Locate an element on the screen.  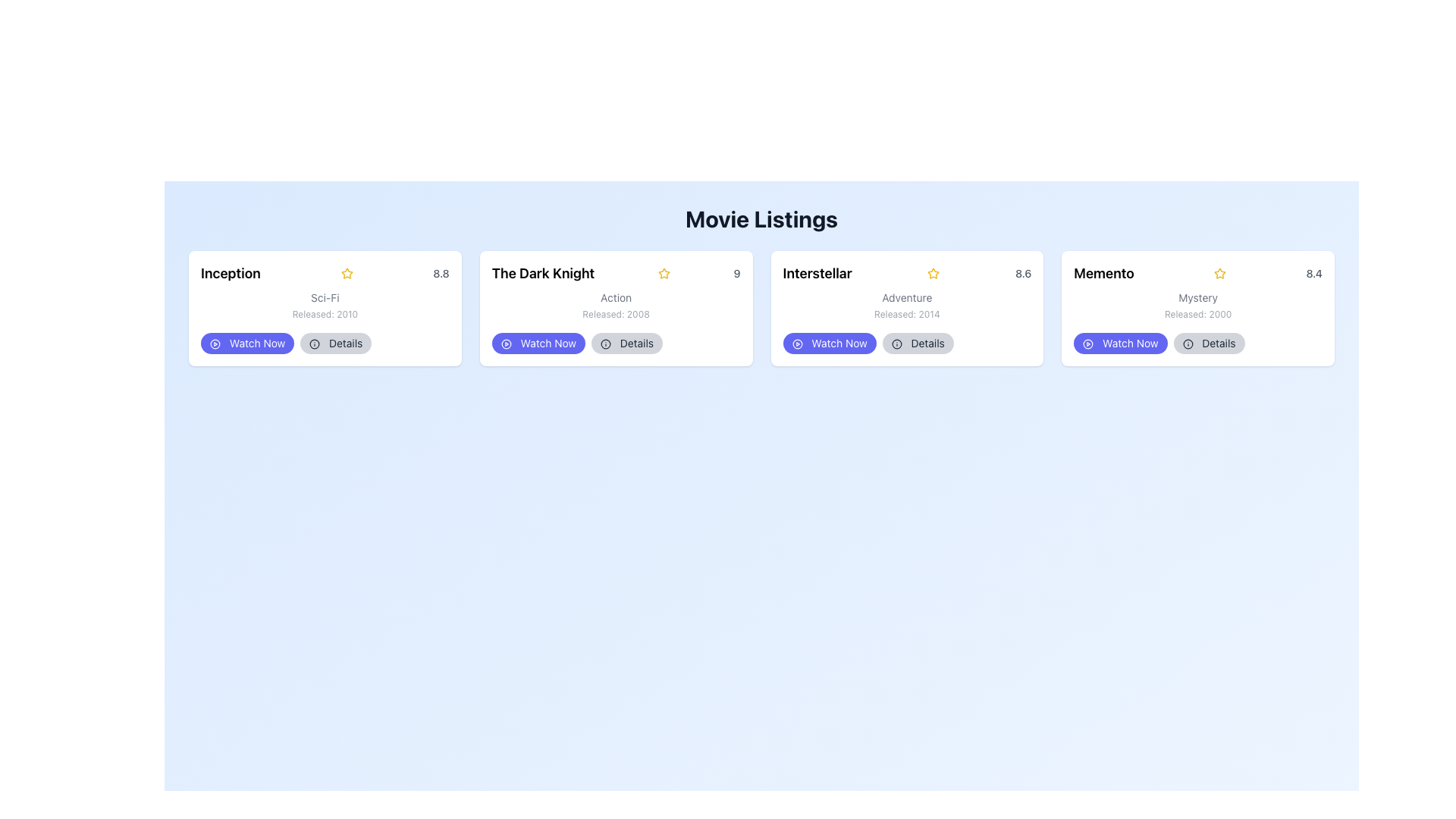
the decorative star icon element with yellow color adjacent to the title 'Interstellar' and the rating '8.6' is located at coordinates (933, 274).